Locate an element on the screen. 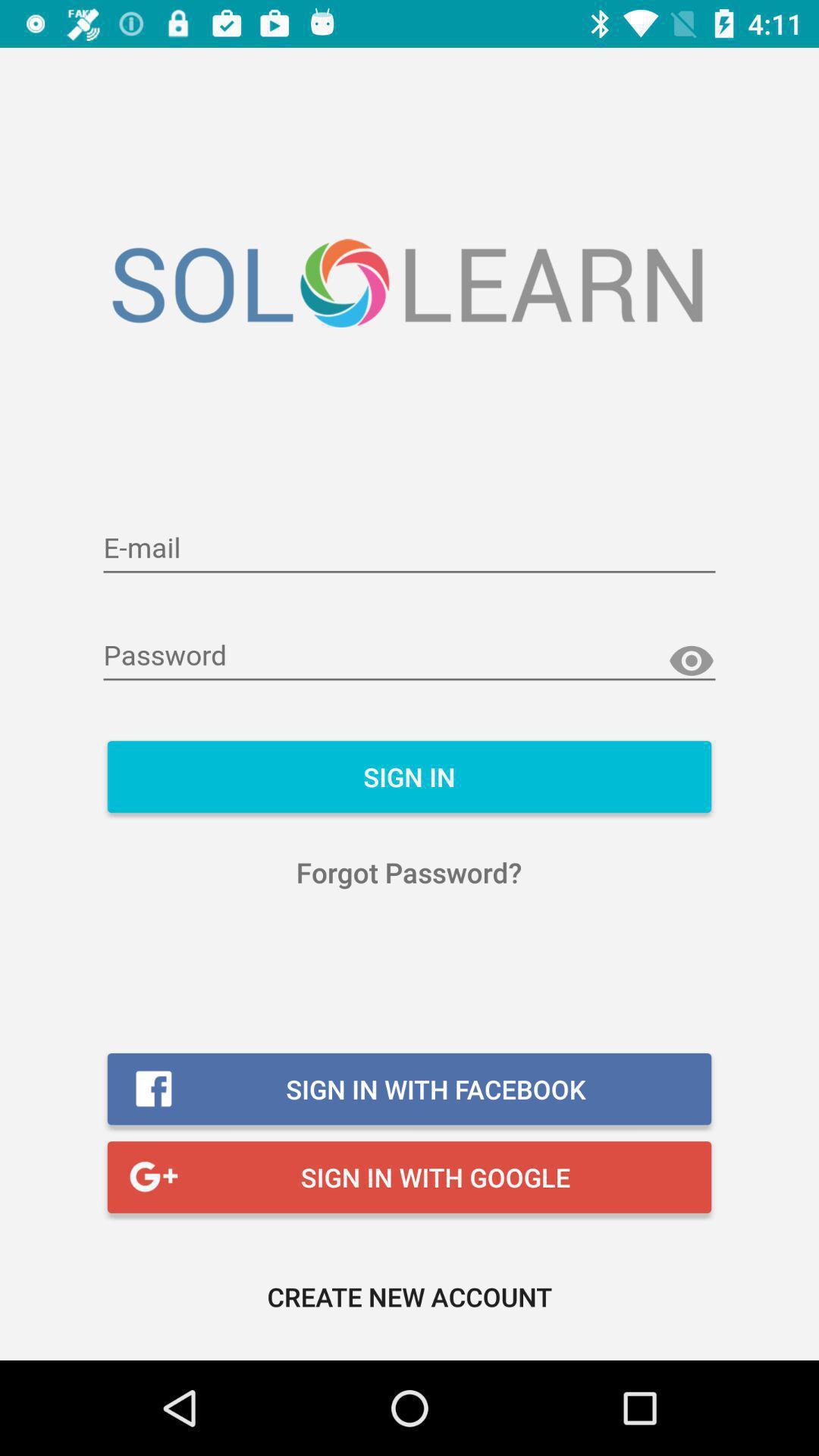 The image size is (819, 1456). the create new account item is located at coordinates (409, 1295).